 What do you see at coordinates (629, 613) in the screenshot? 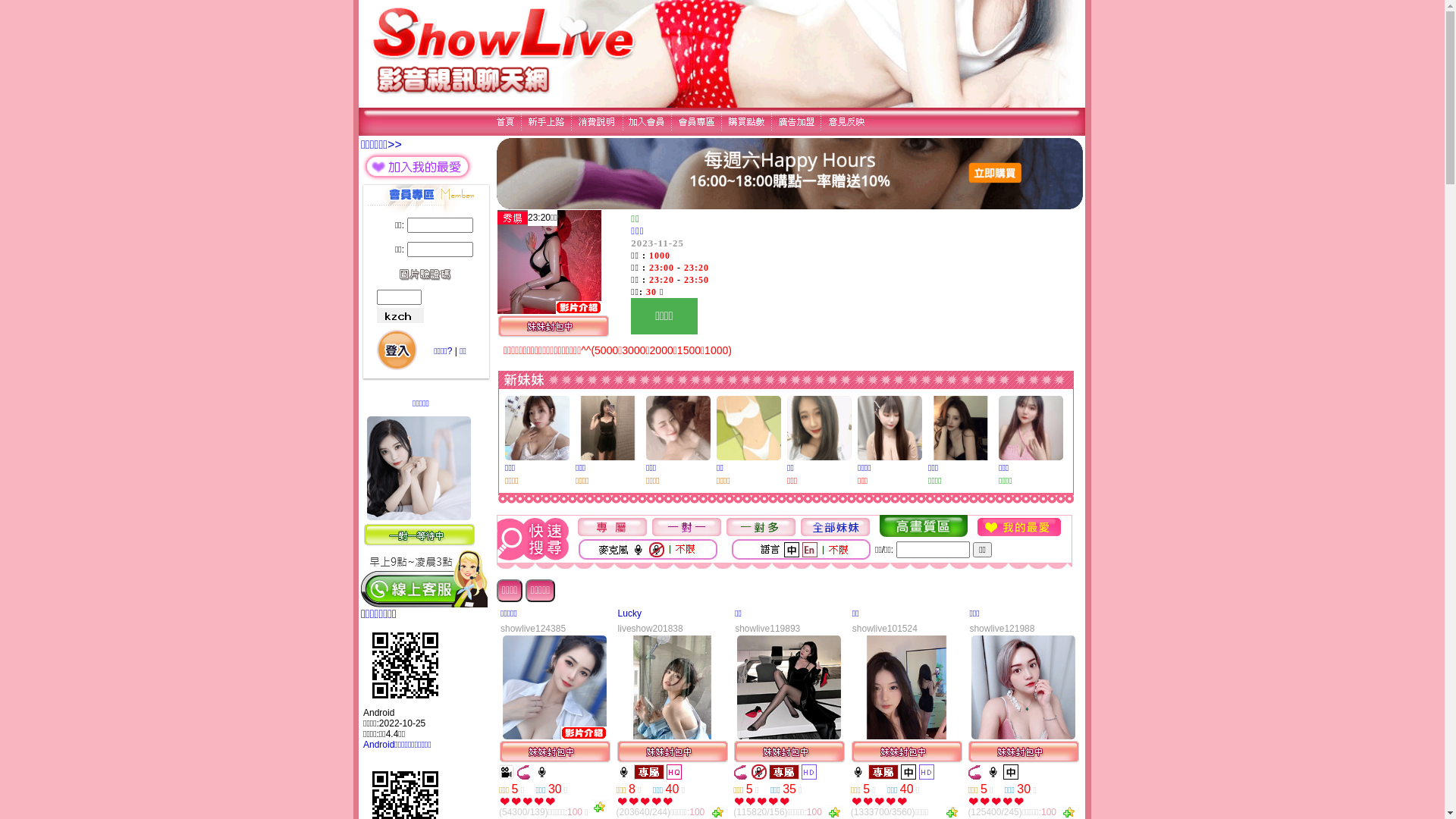
I see `'Lucky'` at bounding box center [629, 613].